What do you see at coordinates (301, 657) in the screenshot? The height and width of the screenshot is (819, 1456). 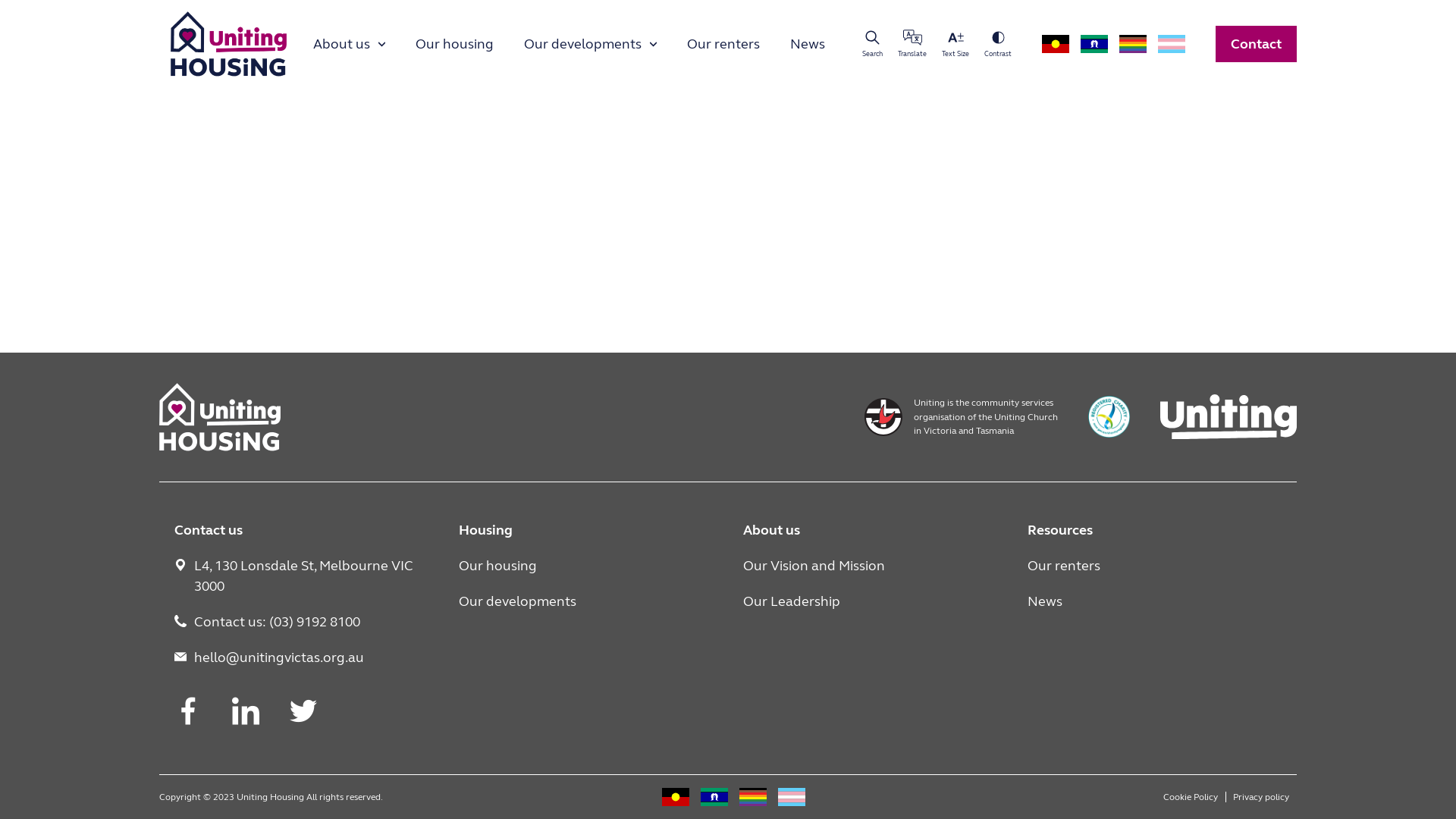 I see `'hello@unitingvictas.org.au'` at bounding box center [301, 657].